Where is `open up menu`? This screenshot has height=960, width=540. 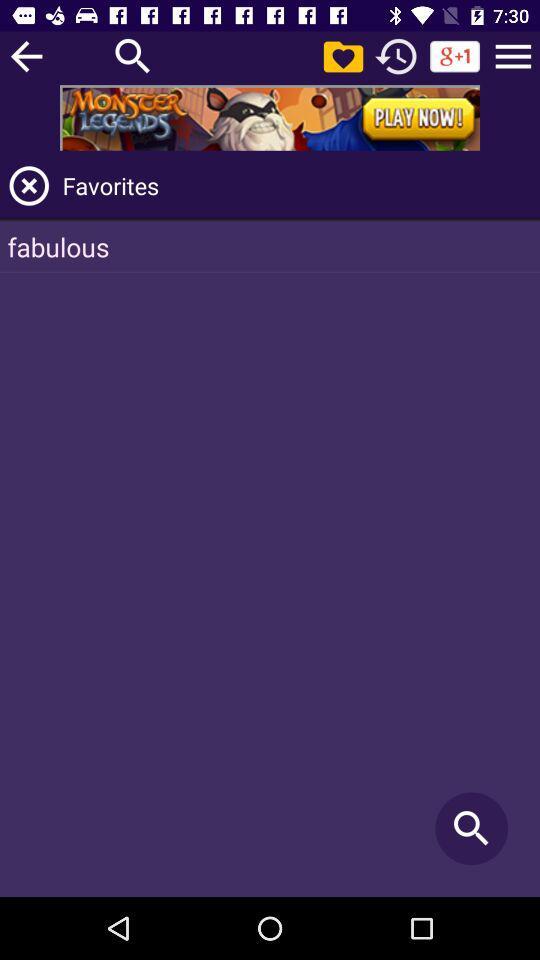
open up menu is located at coordinates (513, 55).